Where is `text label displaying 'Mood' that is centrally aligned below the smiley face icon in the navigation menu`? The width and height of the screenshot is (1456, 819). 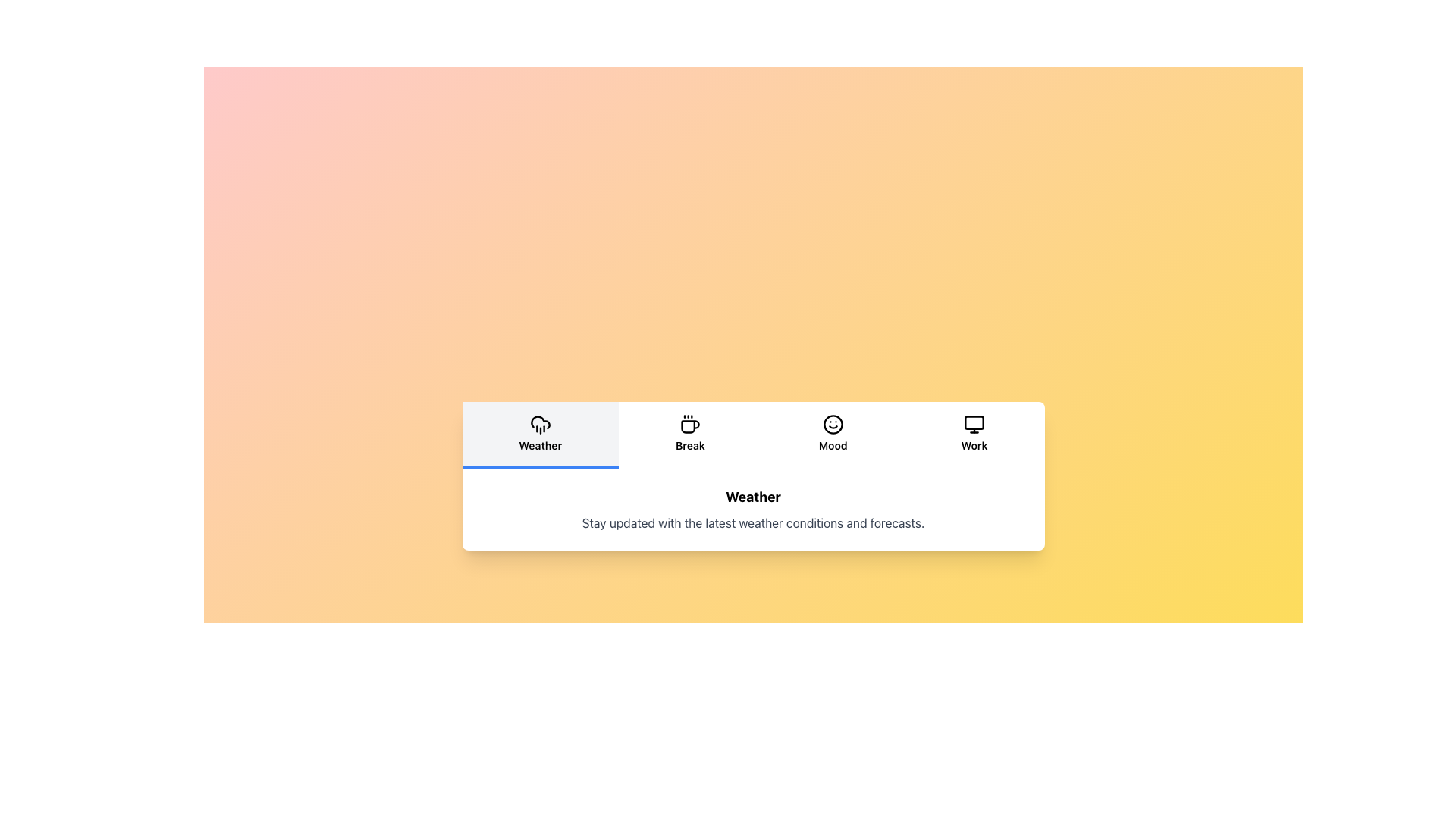 text label displaying 'Mood' that is centrally aligned below the smiley face icon in the navigation menu is located at coordinates (832, 444).